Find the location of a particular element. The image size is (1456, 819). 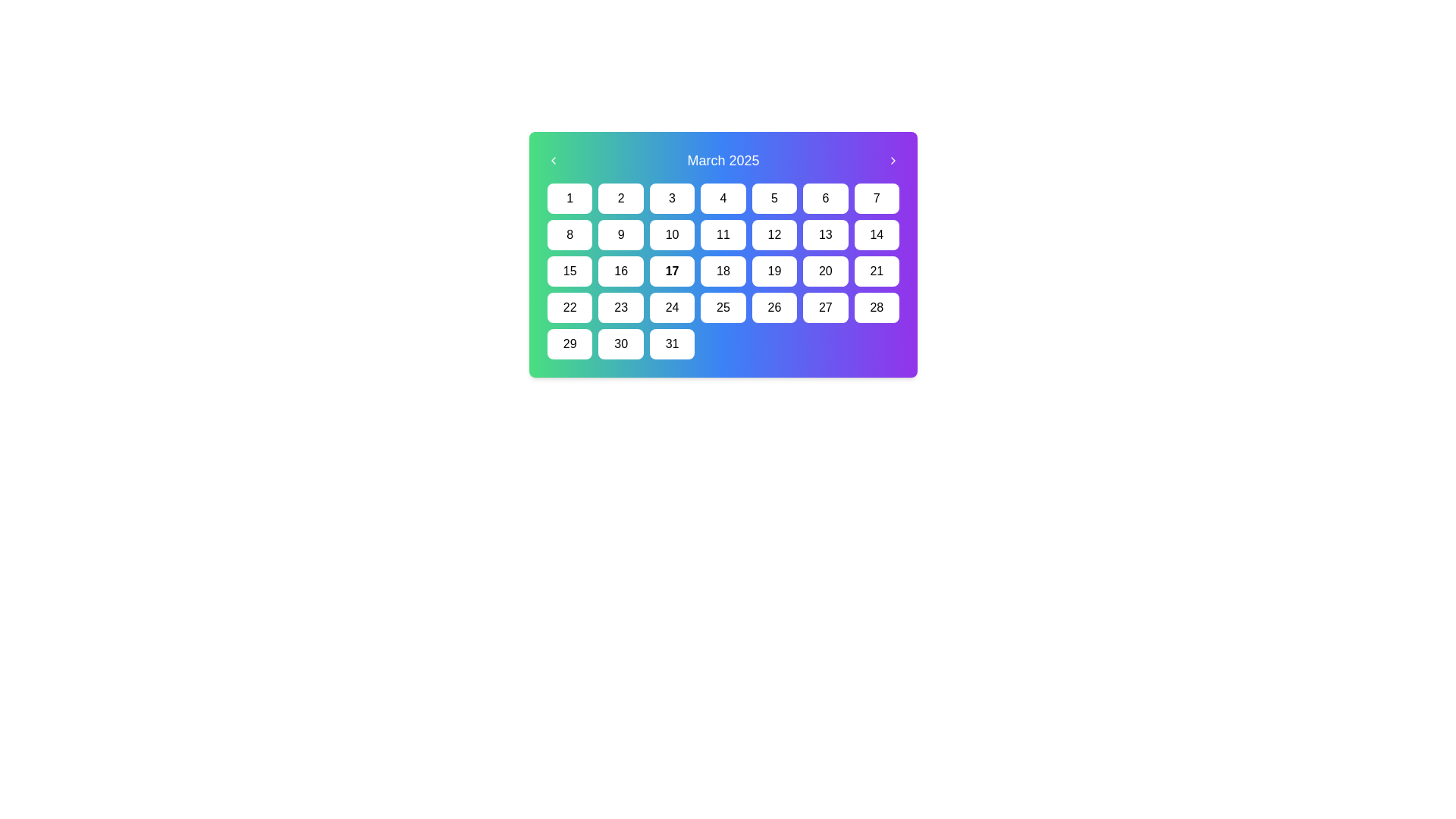

the forward navigation button located at the top-right of the header displaying 'March 2025' is located at coordinates (893, 161).